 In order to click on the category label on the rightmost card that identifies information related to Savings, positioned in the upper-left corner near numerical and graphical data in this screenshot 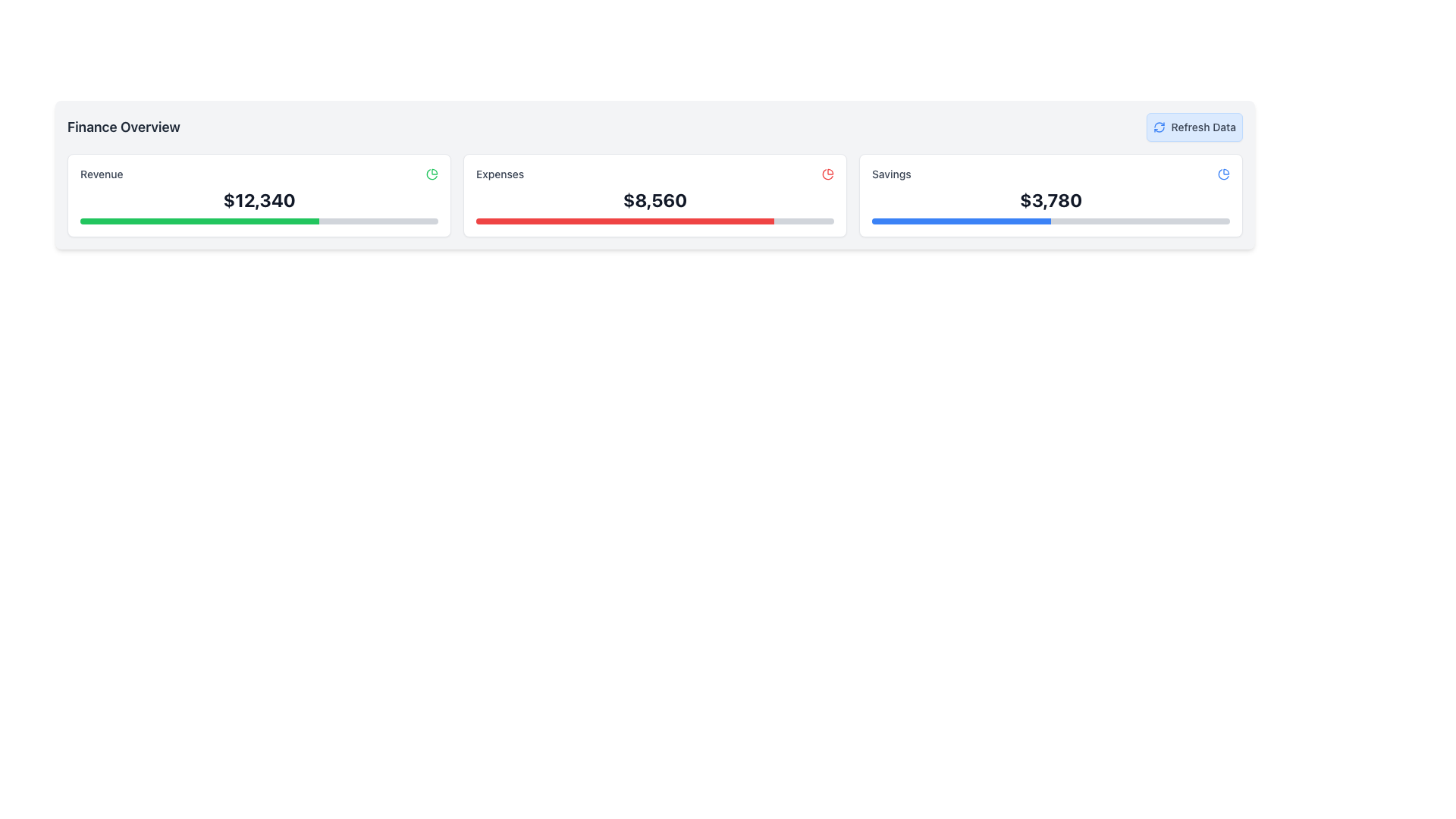, I will do `click(891, 174)`.